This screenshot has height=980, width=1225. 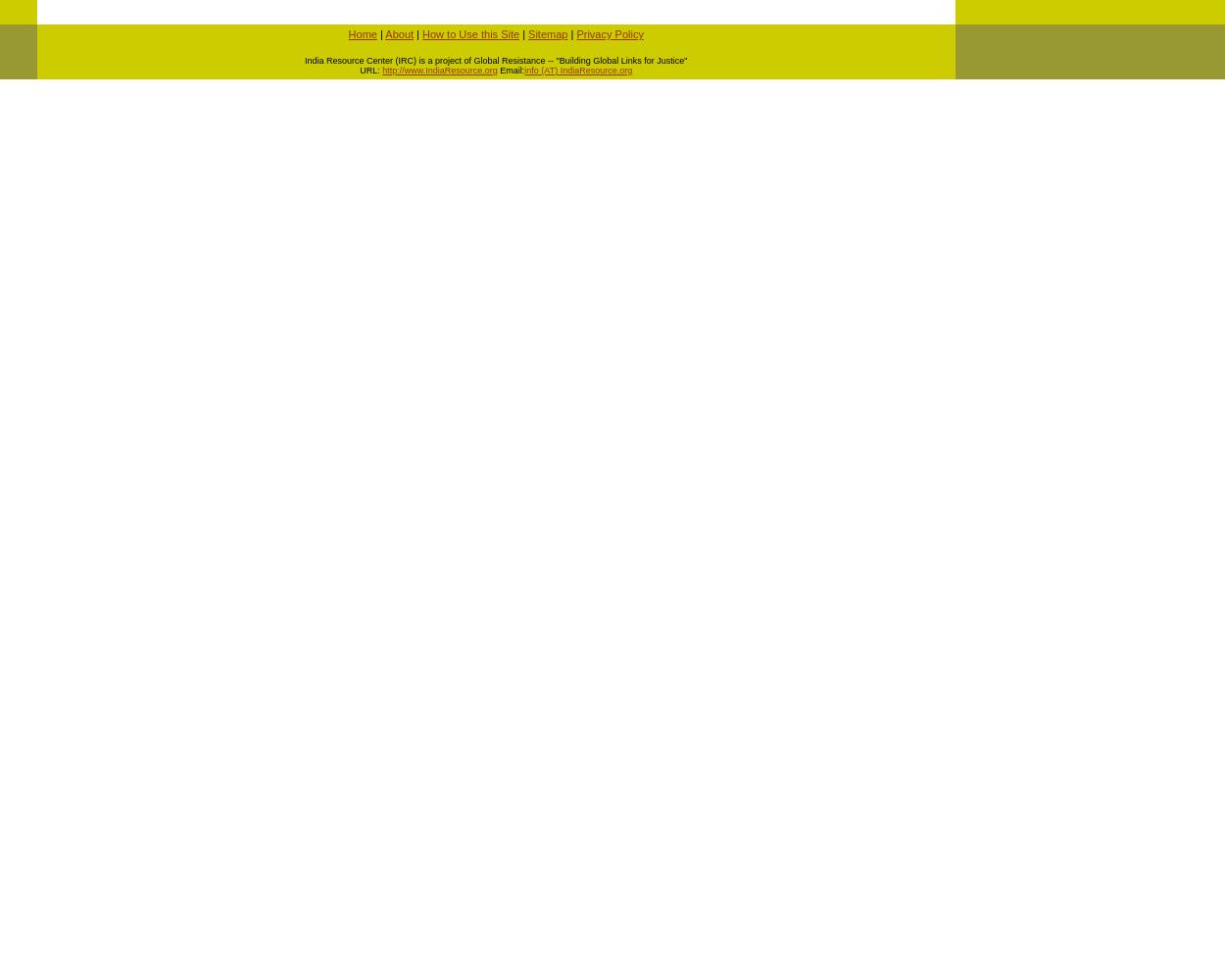 I want to click on 'info (AT) IndiaResource.org', so click(x=577, y=70).